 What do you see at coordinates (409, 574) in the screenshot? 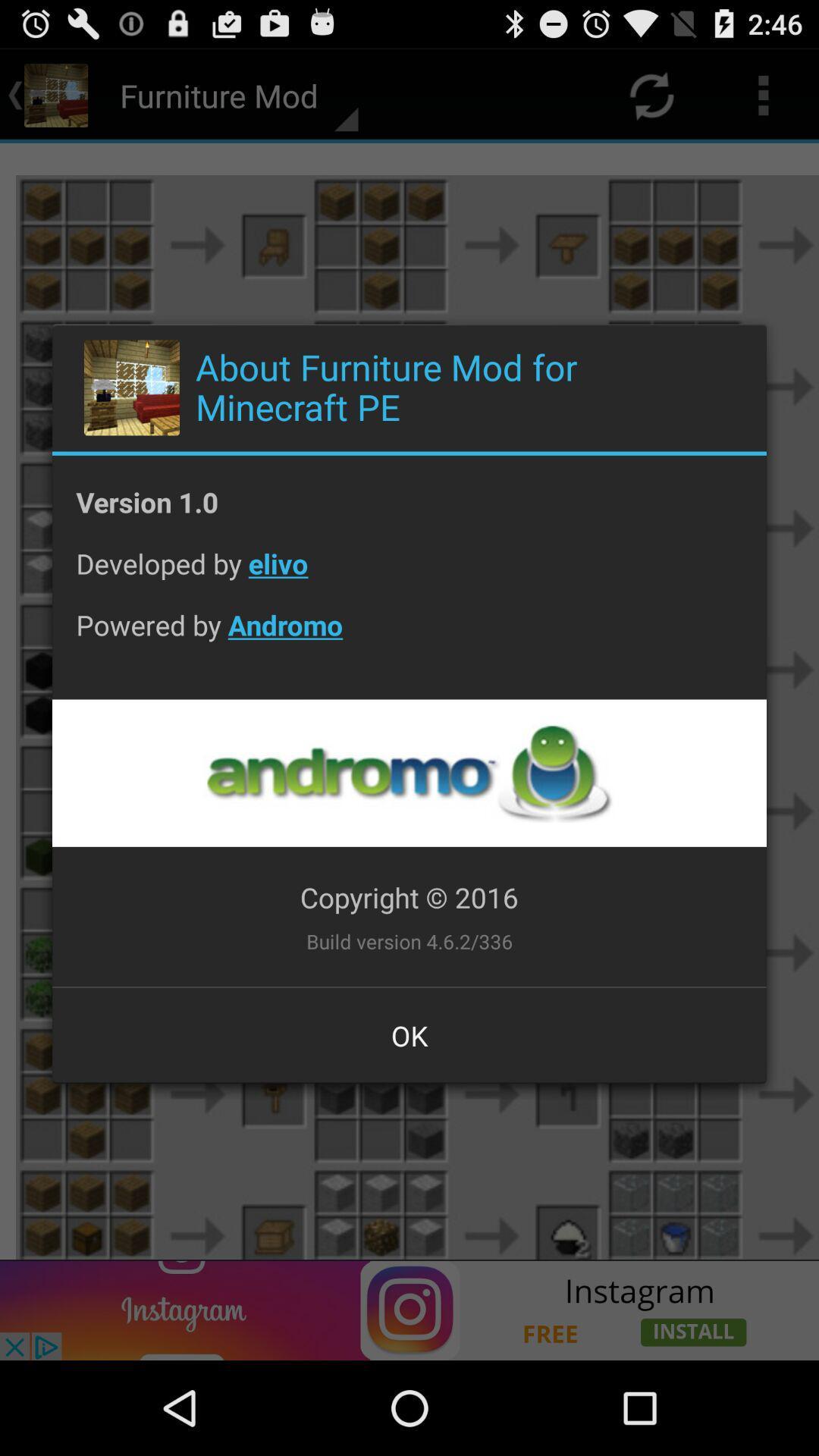
I see `item below version 1.0 item` at bounding box center [409, 574].